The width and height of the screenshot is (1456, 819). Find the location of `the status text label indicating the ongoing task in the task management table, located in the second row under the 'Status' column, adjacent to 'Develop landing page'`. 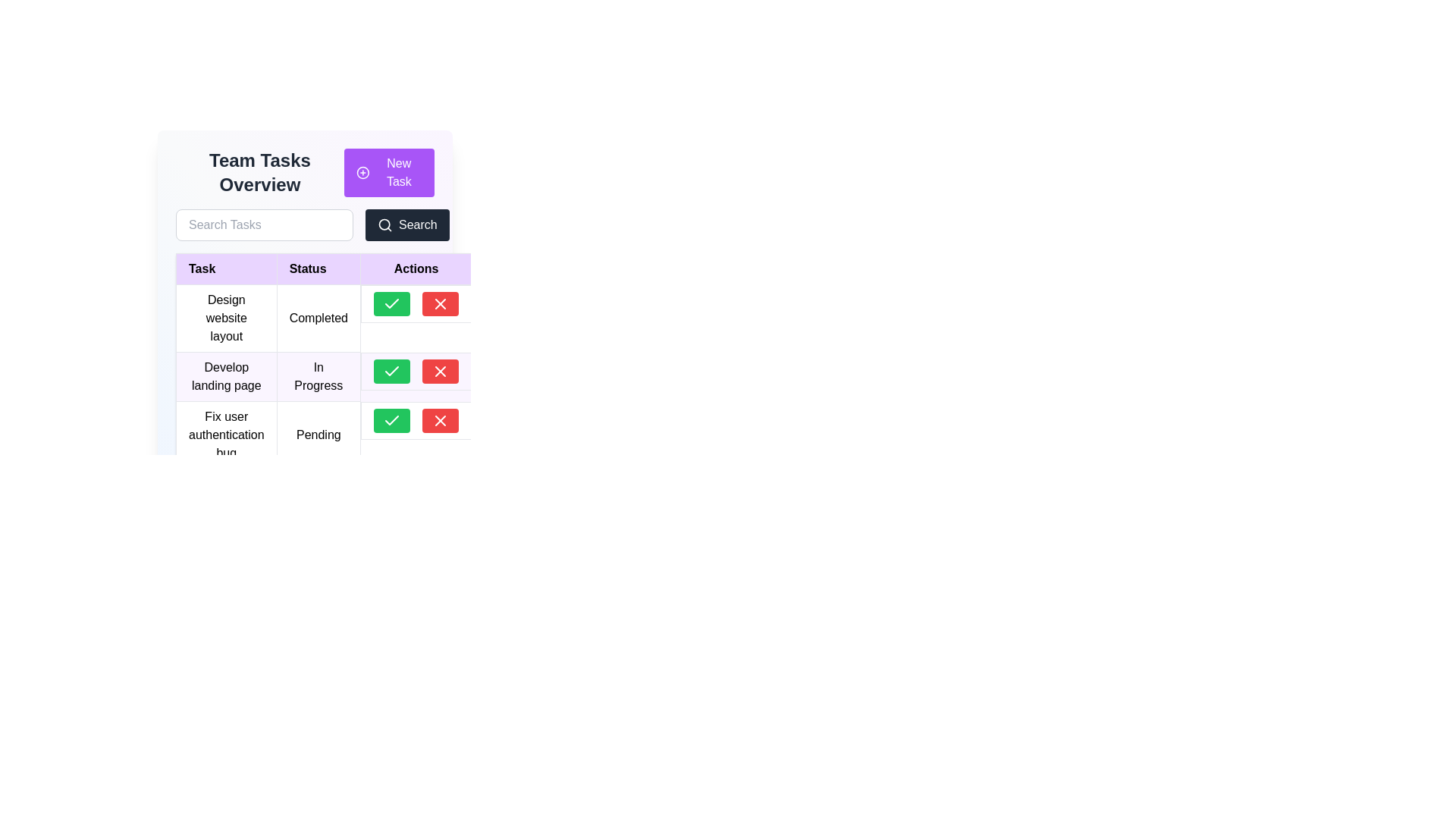

the status text label indicating the ongoing task in the task management table, located in the second row under the 'Status' column, adjacent to 'Develop landing page' is located at coordinates (318, 376).